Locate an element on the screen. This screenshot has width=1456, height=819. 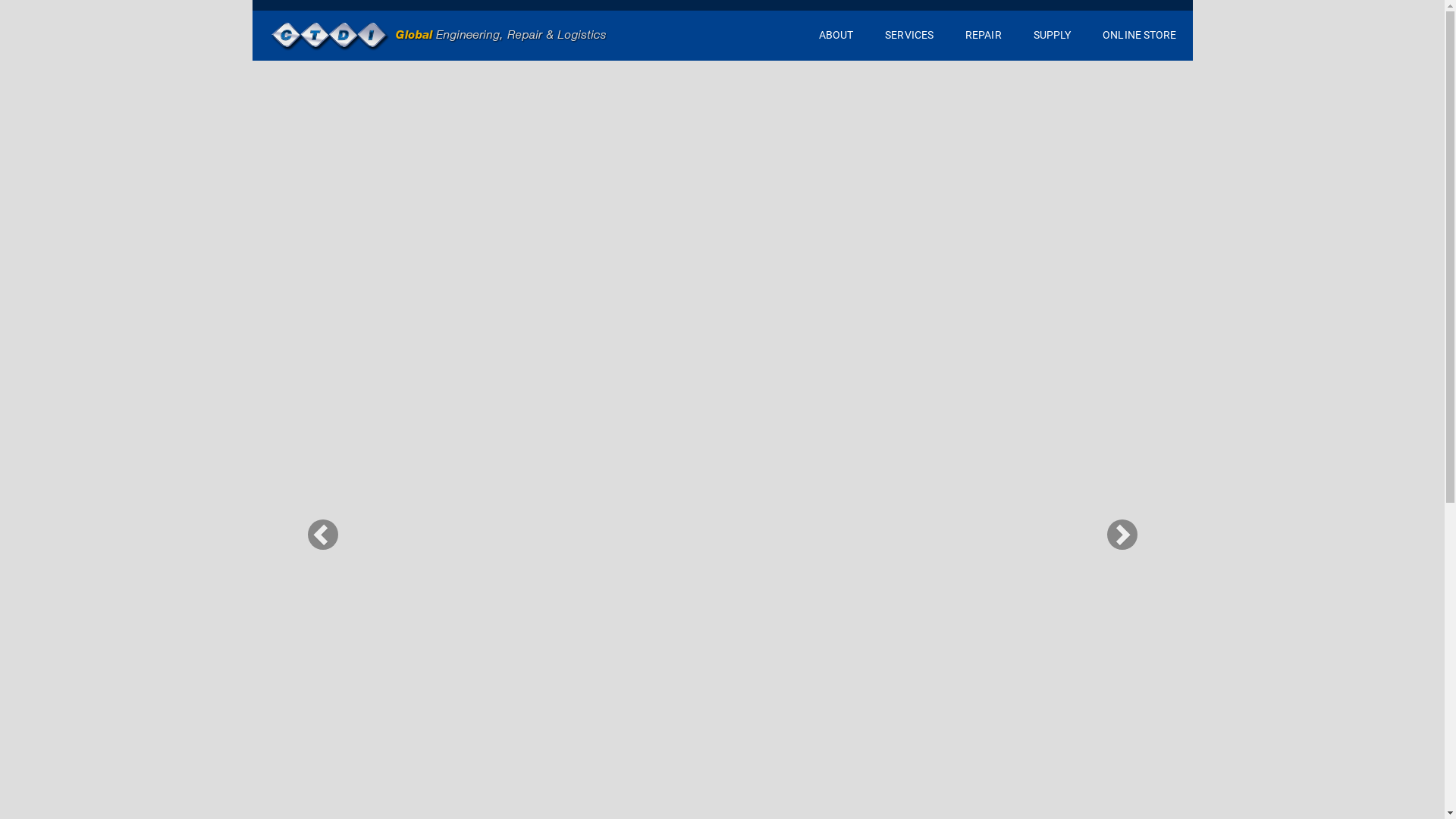
'SERVICES' is located at coordinates (909, 34).